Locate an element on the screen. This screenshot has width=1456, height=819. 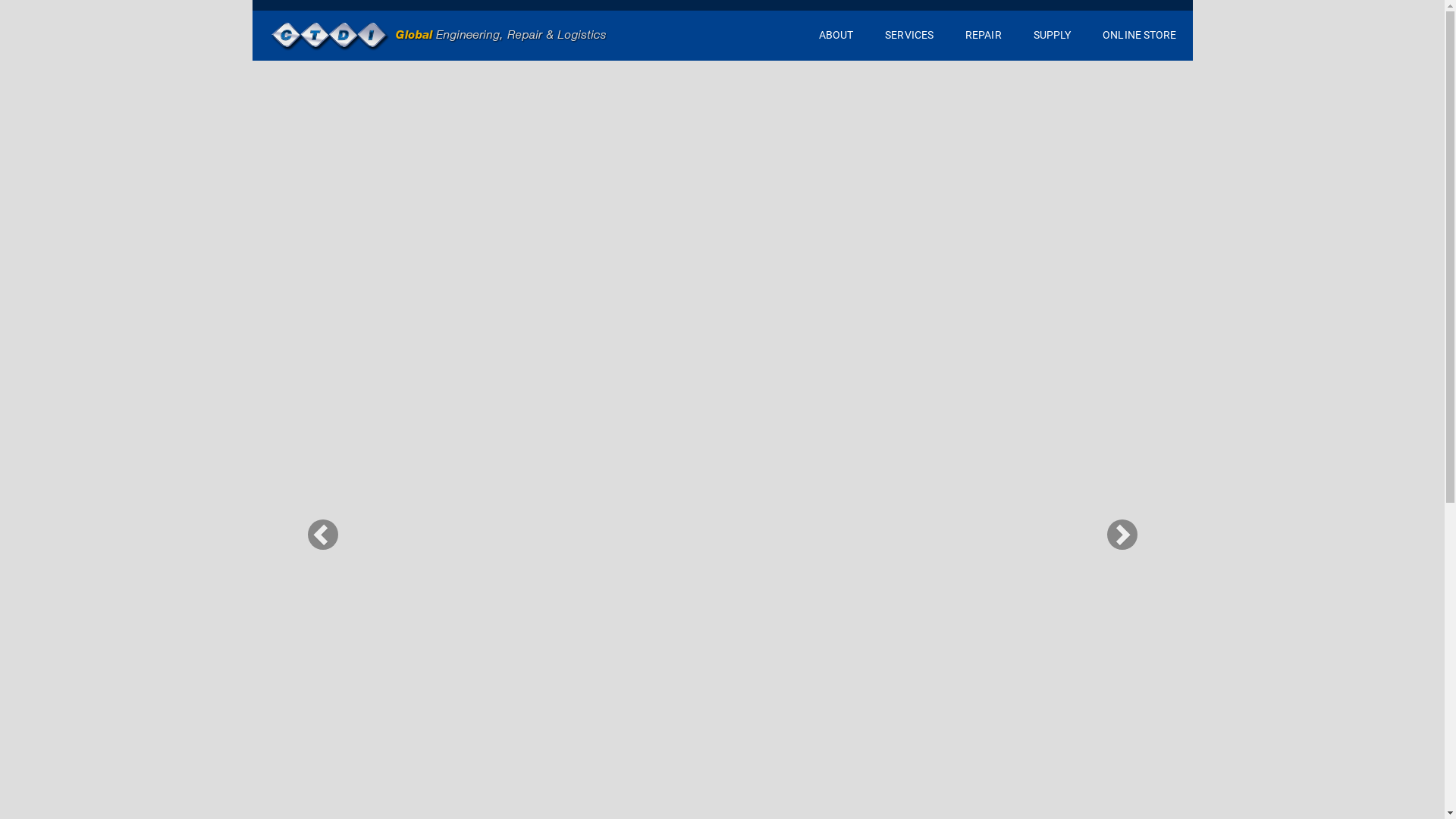
'SERVICES' is located at coordinates (909, 34).